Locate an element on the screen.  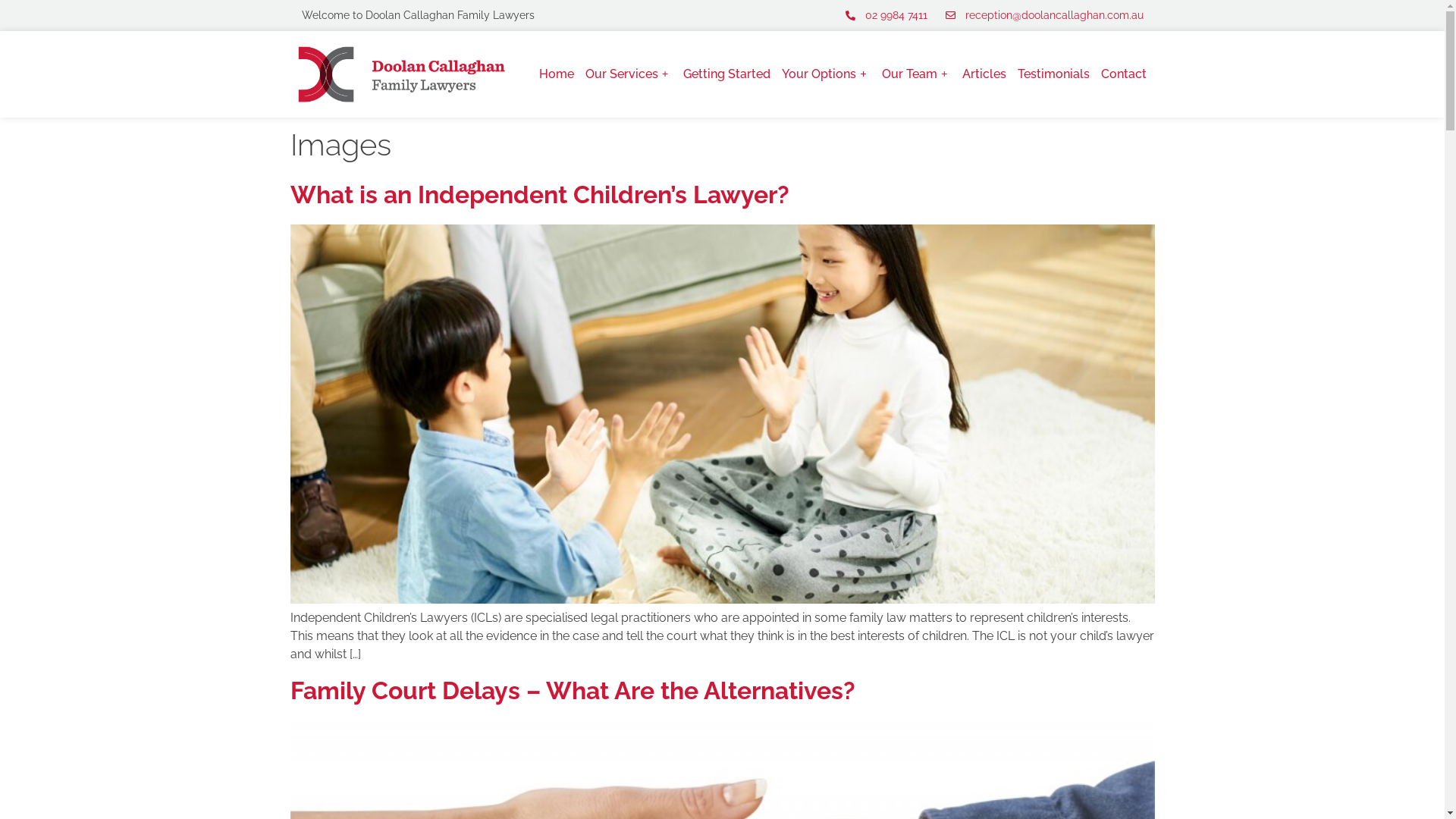
'02 9984 7411' is located at coordinates (885, 15).